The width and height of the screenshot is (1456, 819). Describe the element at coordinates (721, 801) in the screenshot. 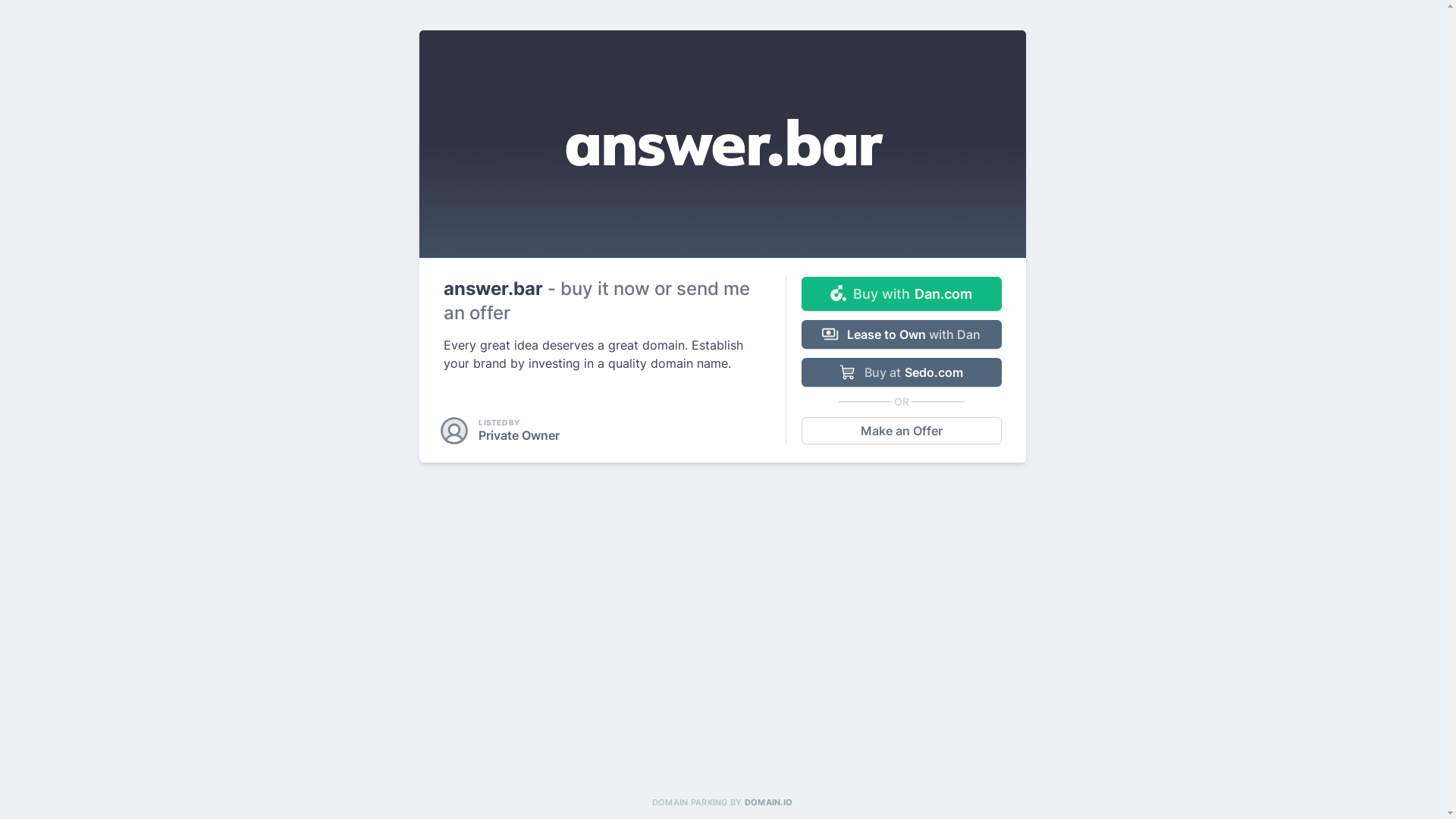

I see `'DOMAIN PARKING BY DOMAIN.IO'` at that location.